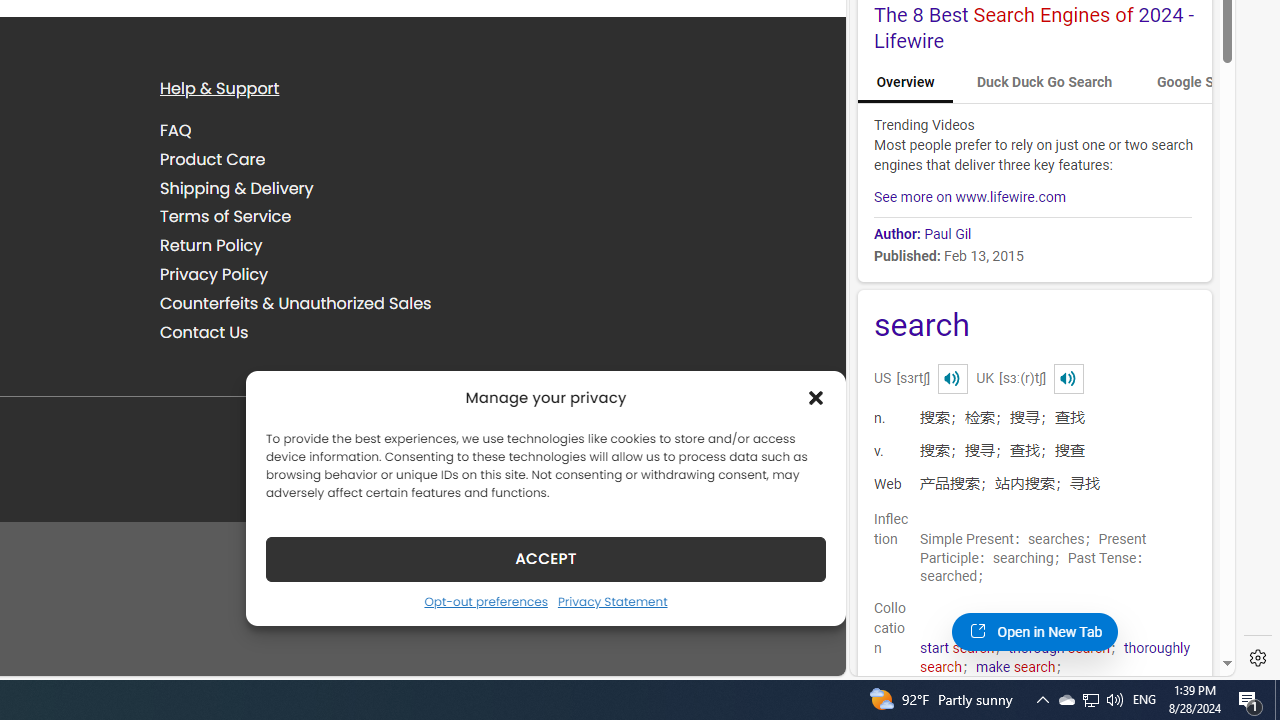 The image size is (1280, 720). I want to click on 'ACCEPT', so click(545, 558).